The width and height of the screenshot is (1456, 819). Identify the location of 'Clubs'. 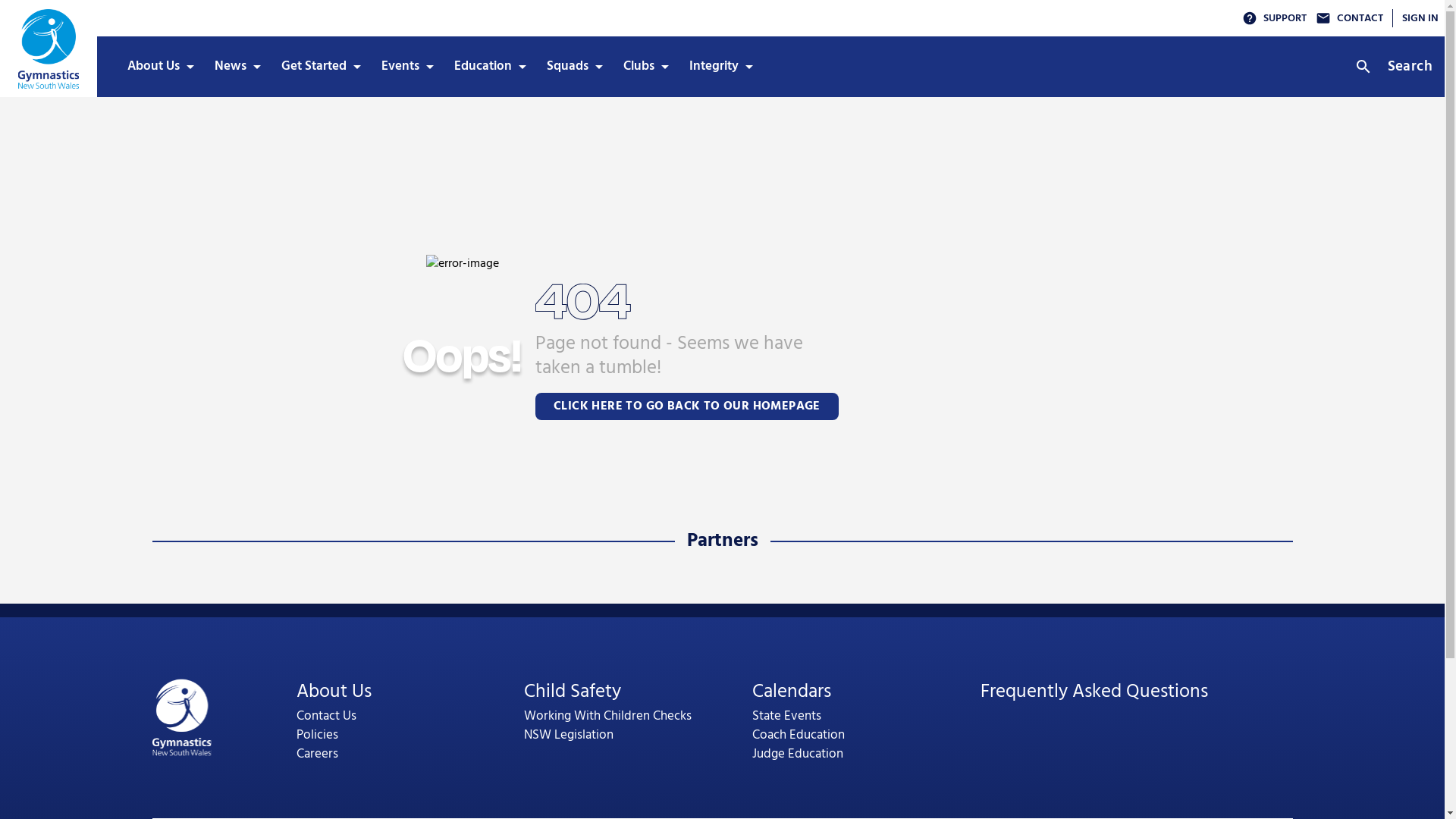
(644, 66).